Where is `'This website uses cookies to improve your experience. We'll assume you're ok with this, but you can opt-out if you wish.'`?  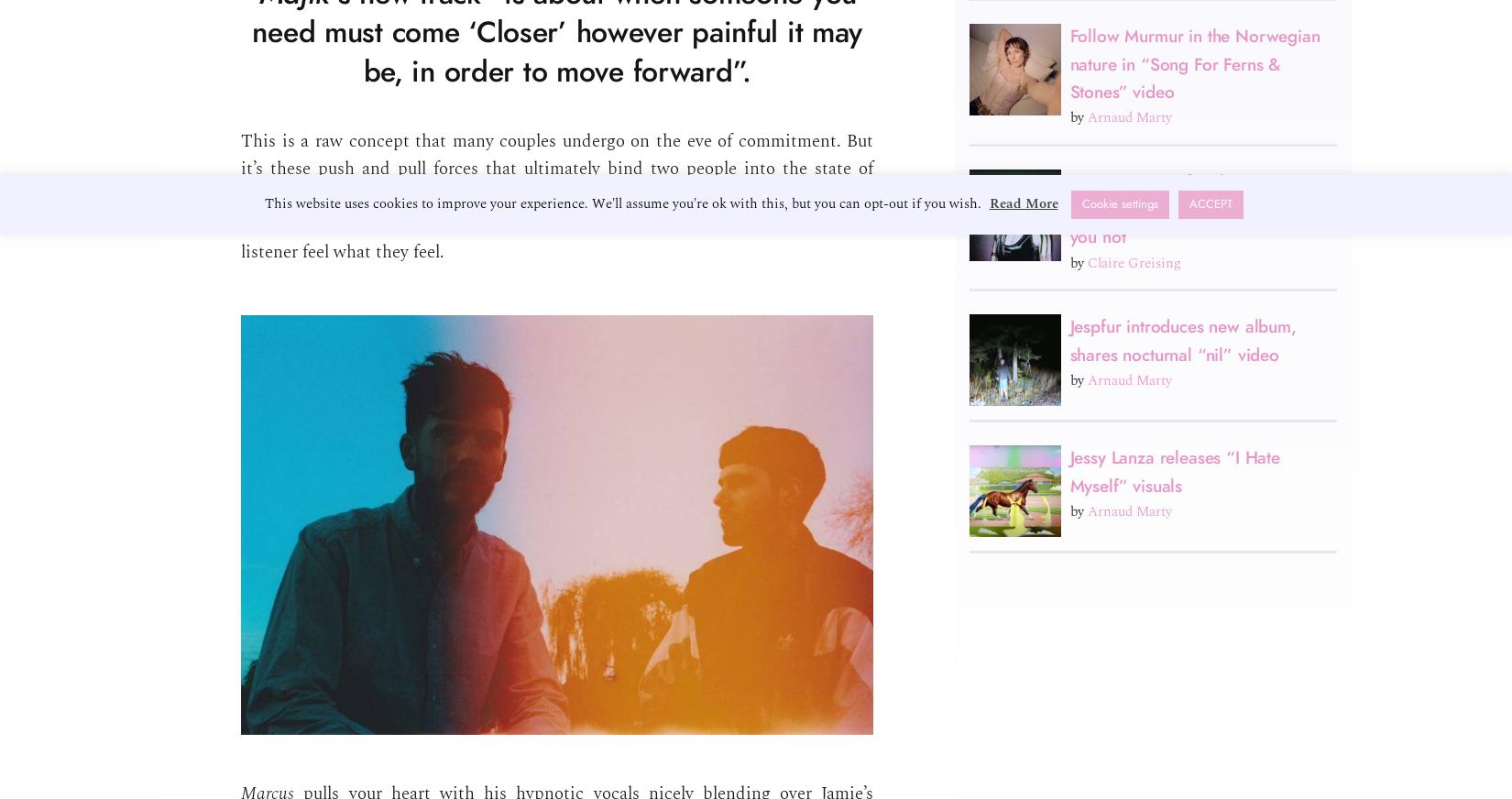 'This website uses cookies to improve your experience. We'll assume you're ok with this, but you can opt-out if you wish.' is located at coordinates (622, 202).